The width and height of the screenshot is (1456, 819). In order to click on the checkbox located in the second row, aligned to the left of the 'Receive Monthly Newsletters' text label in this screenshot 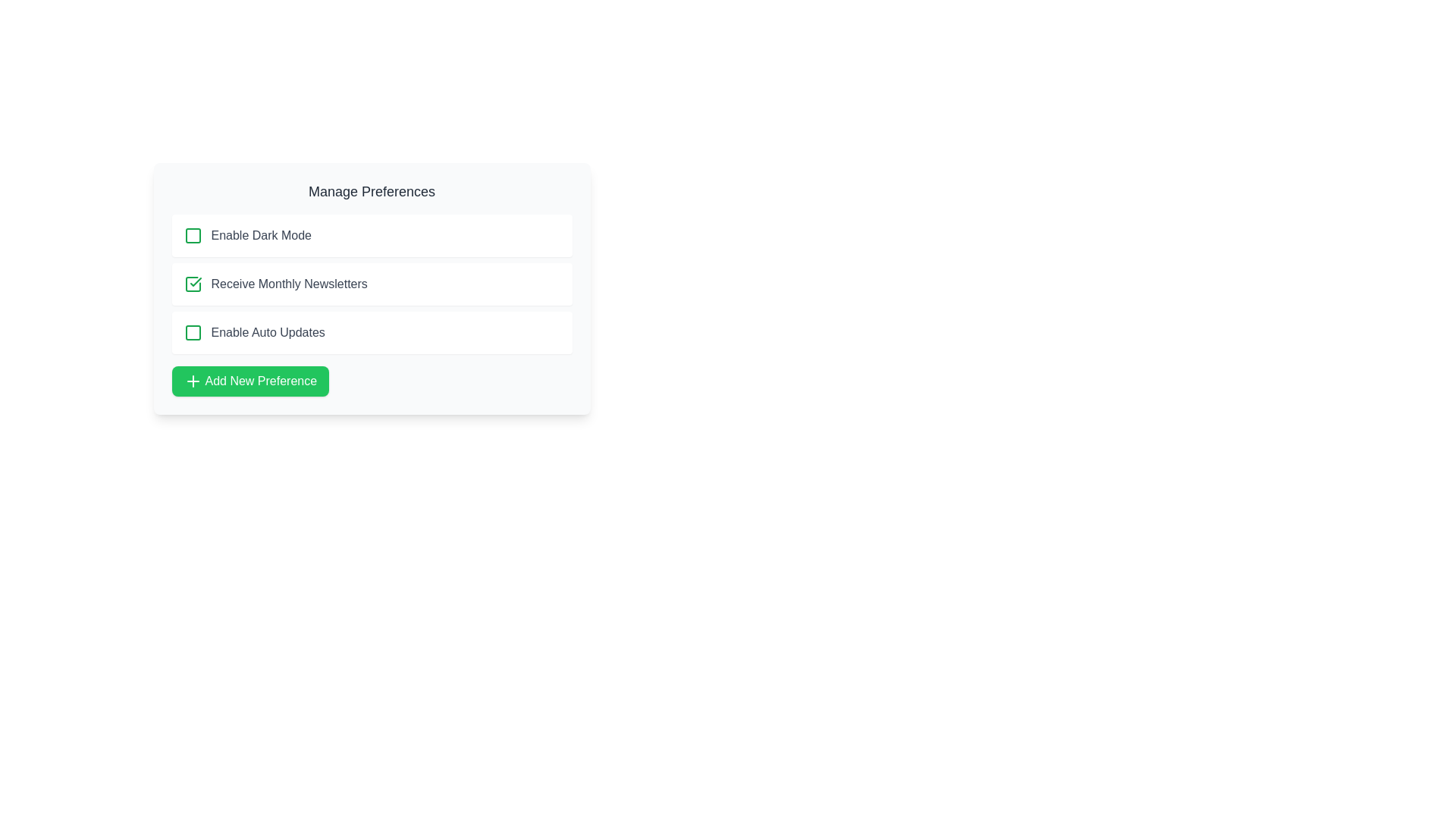, I will do `click(192, 284)`.